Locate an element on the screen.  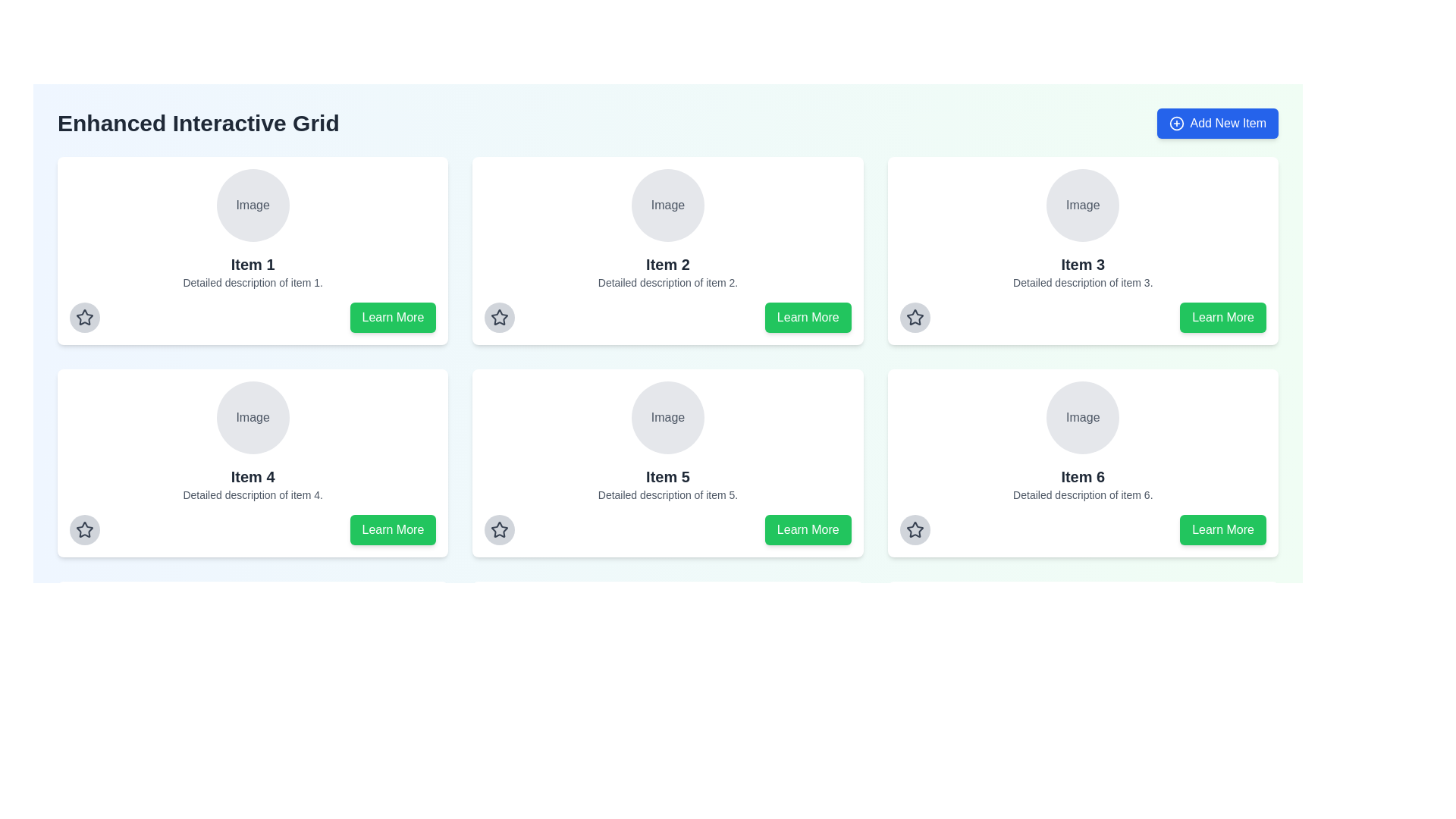
the 'Learn More' button with a green background and white text to observe the hover effect is located at coordinates (393, 529).